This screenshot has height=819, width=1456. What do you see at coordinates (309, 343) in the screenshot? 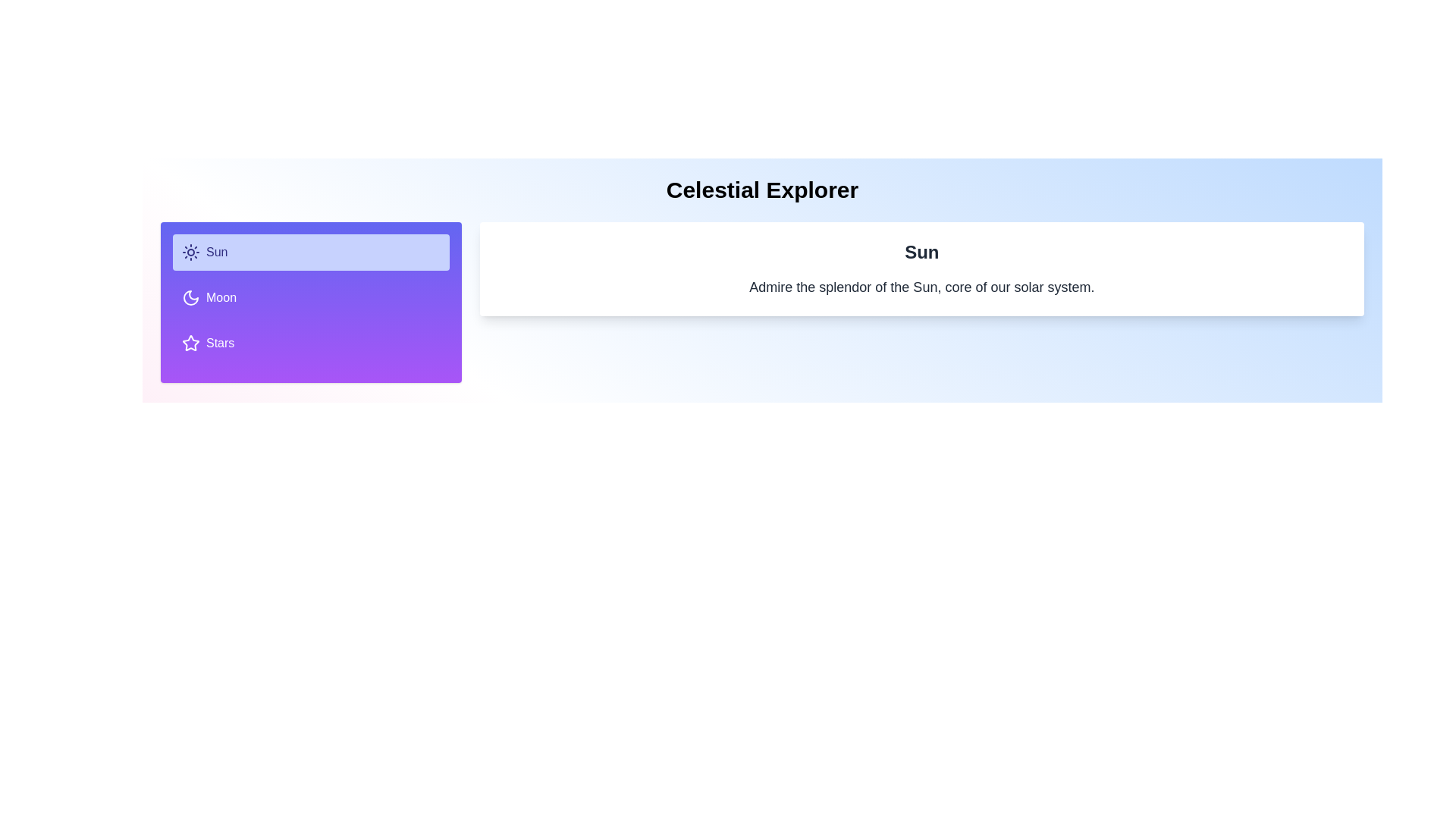
I see `the tab labeled 'Stars' to observe the hover effect` at bounding box center [309, 343].